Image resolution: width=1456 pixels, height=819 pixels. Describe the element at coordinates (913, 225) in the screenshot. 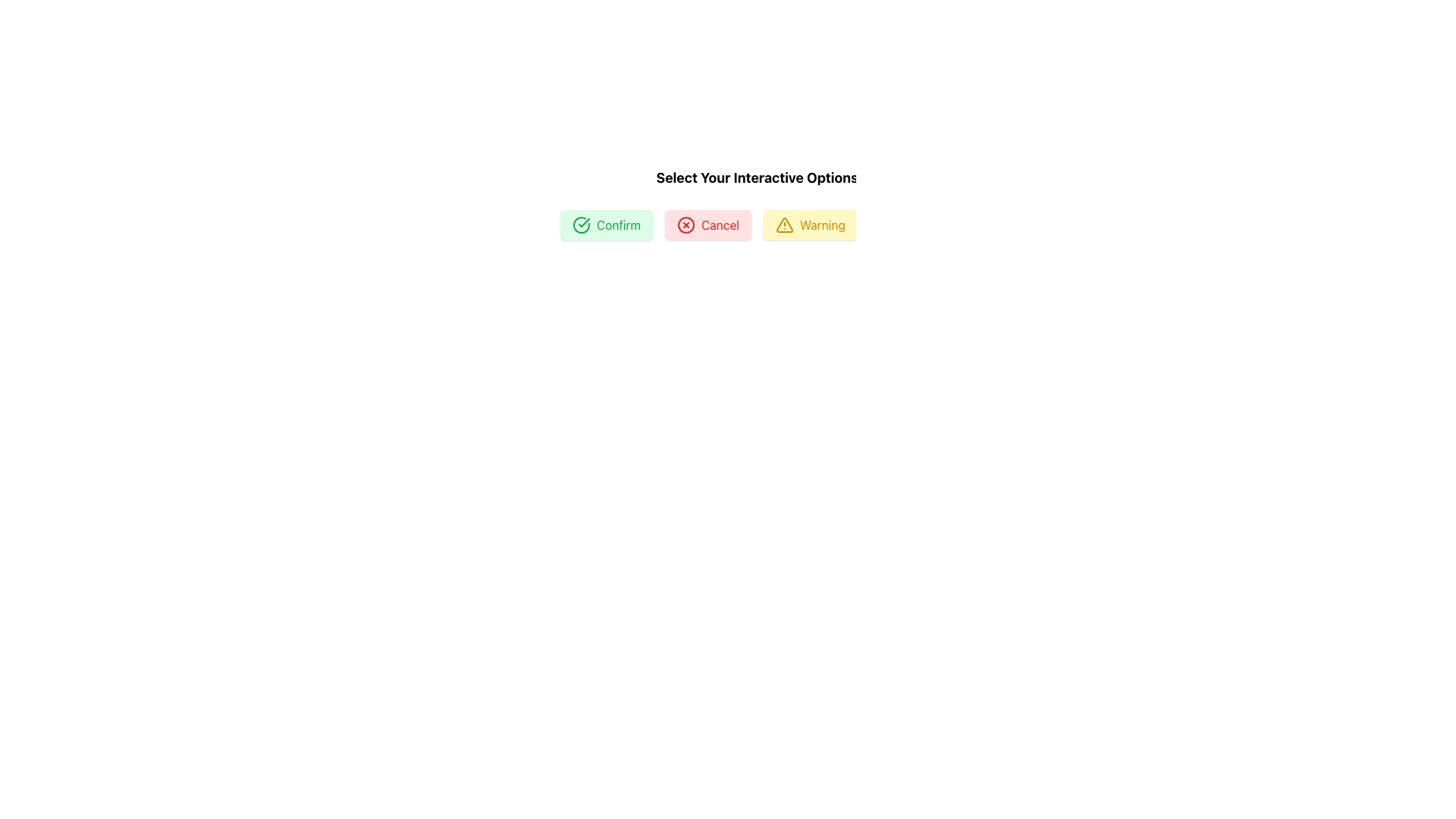

I see `keyboard navigation` at that location.